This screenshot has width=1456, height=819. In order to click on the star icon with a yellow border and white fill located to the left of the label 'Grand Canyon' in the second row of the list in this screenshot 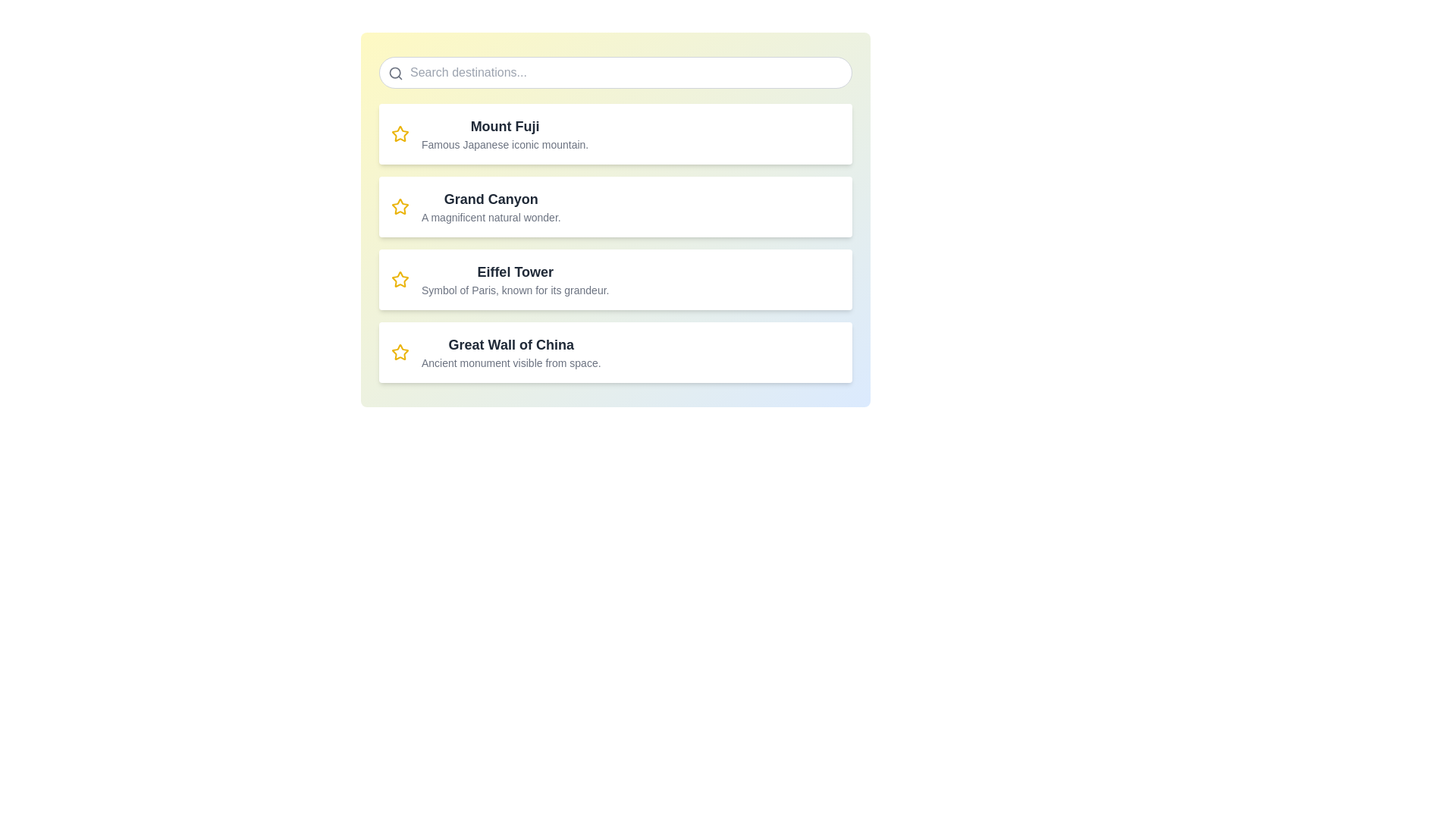, I will do `click(400, 206)`.